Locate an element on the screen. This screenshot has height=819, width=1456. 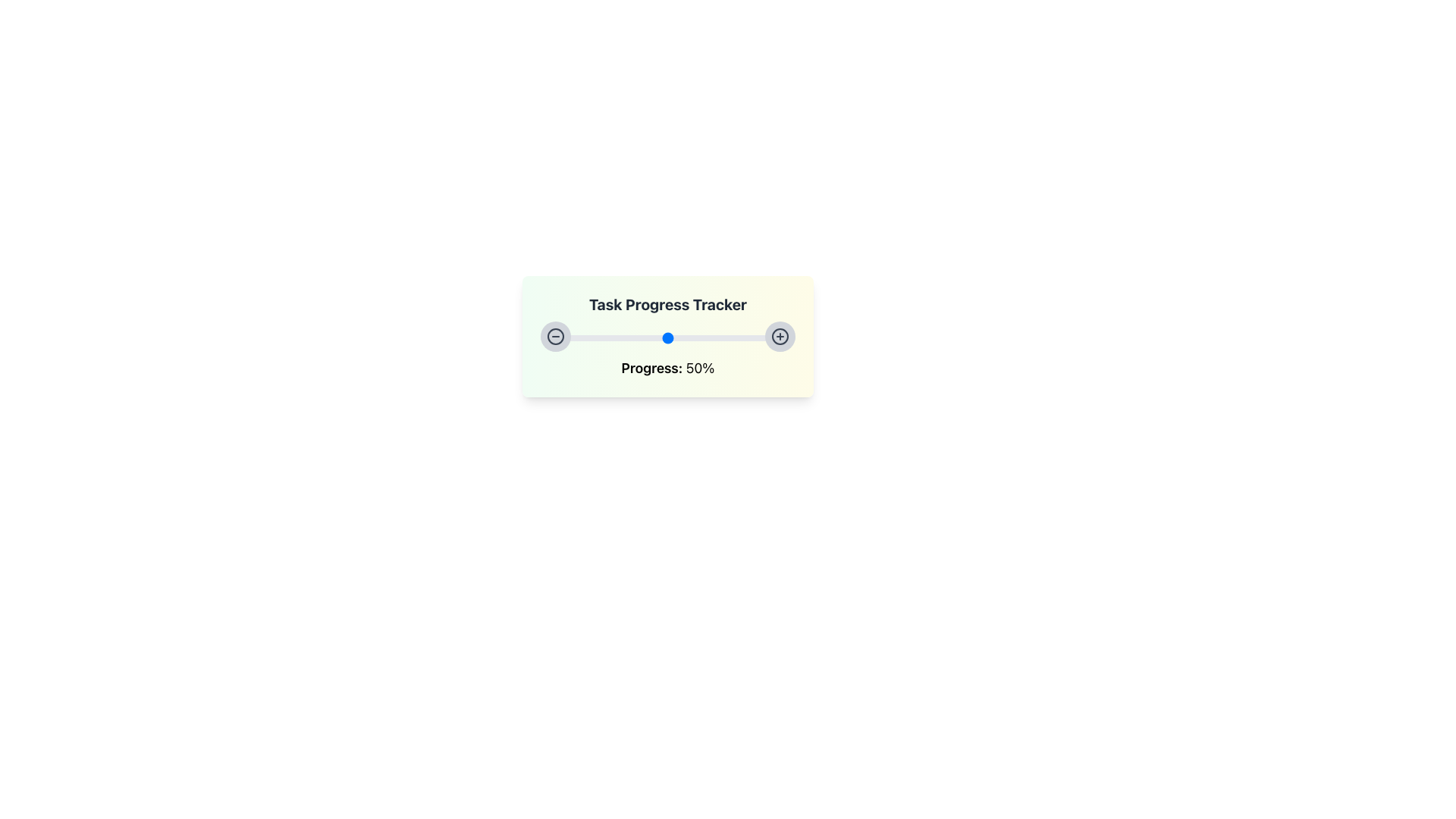
the slider is located at coordinates (792, 337).